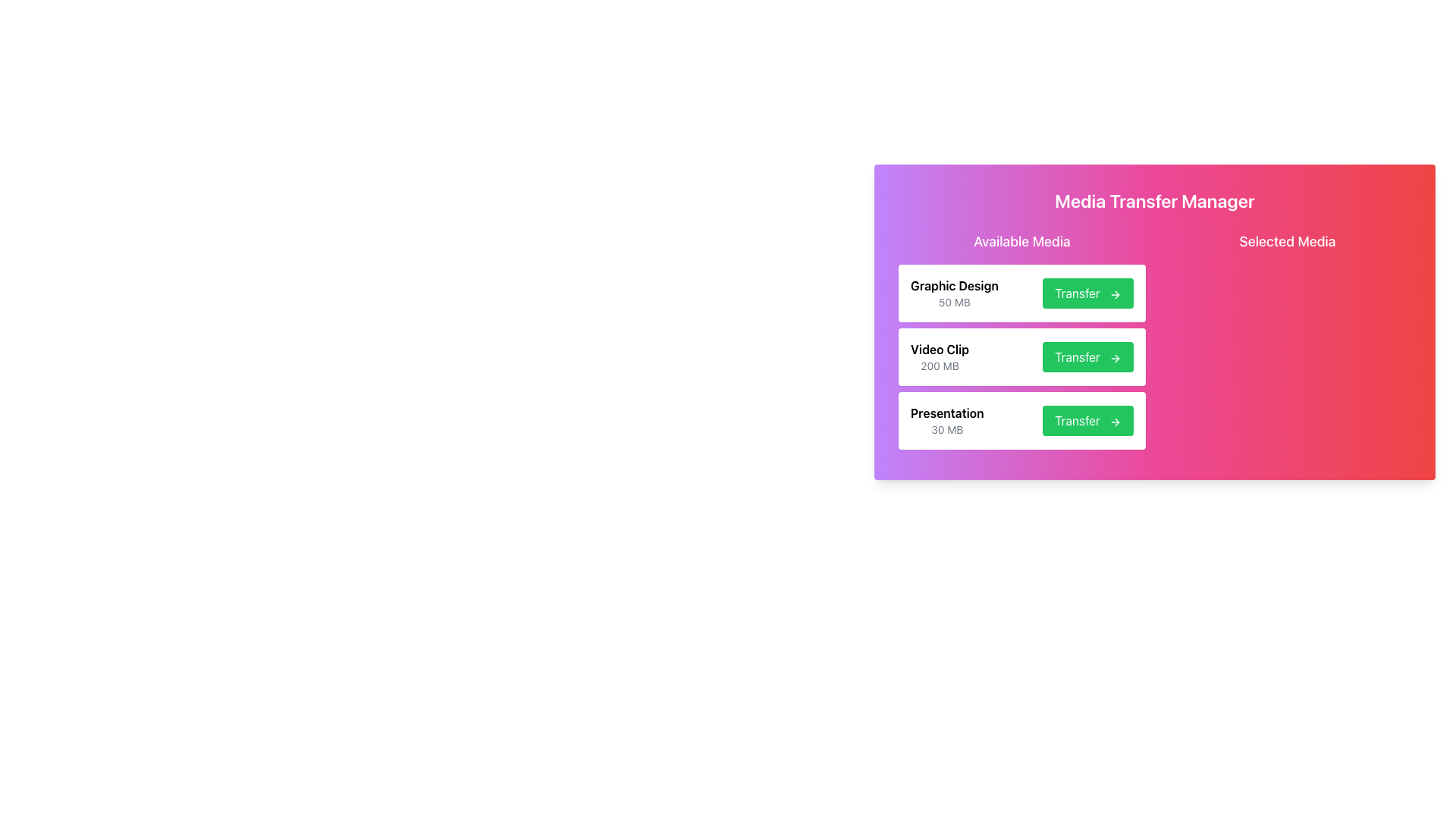 The width and height of the screenshot is (1456, 819). I want to click on the small right-arrow icon located on the right edge of the green 'Transfer' button for the first item under the 'Available Media' section to initiate a transfer, so click(1115, 294).